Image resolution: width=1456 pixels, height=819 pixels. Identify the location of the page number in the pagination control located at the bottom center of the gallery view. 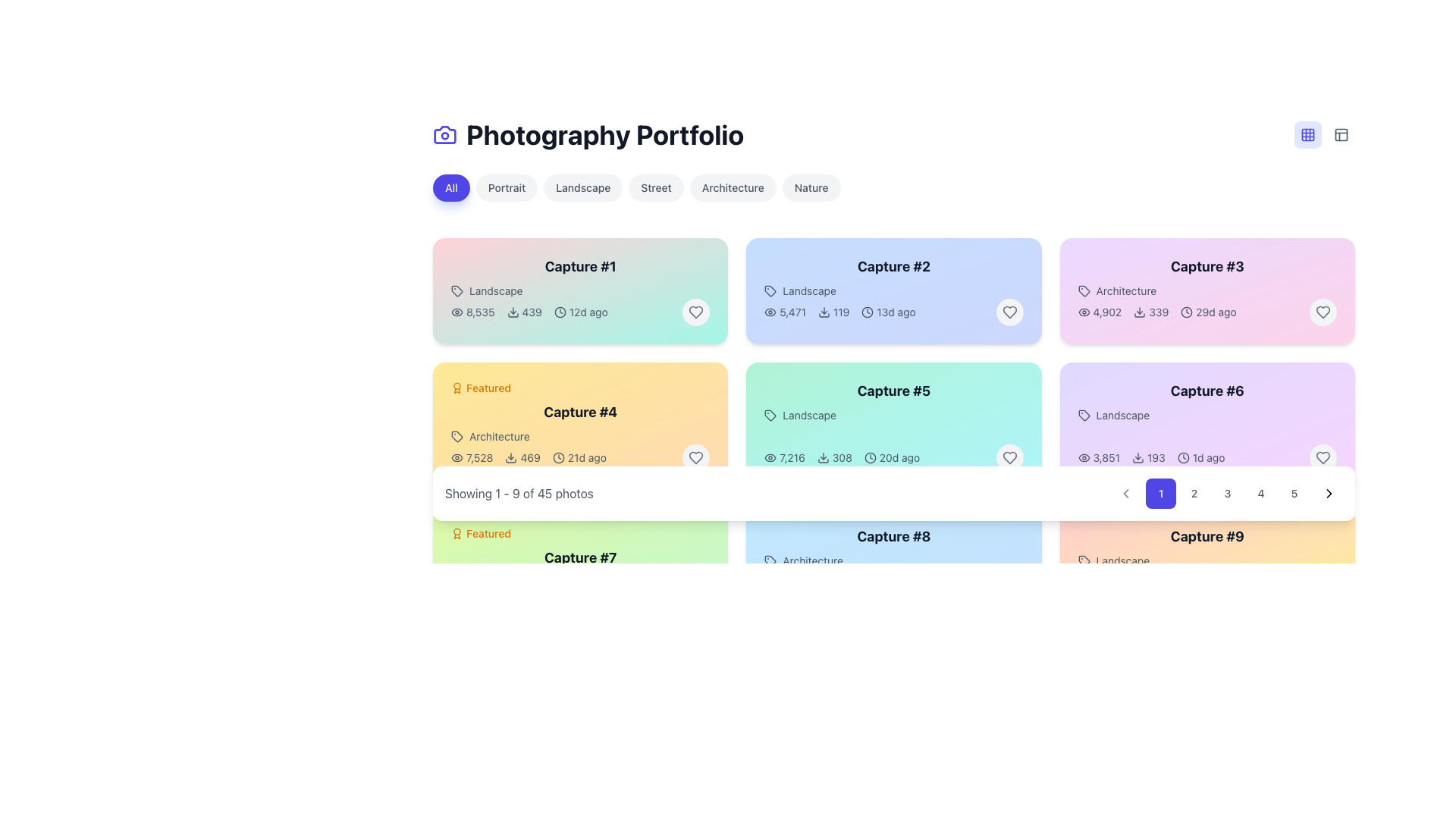
(894, 494).